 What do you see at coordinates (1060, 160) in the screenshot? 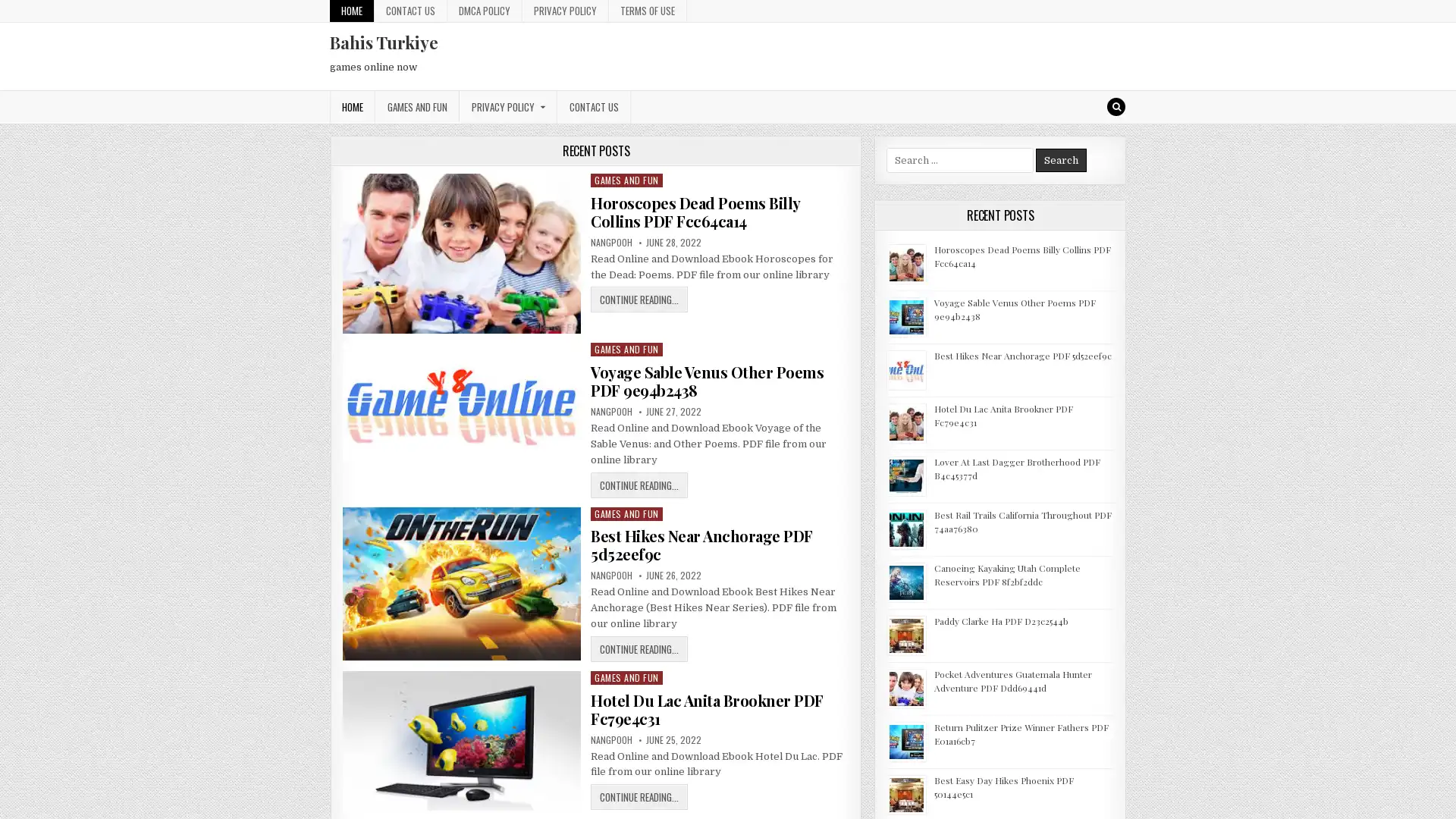
I see `Search` at bounding box center [1060, 160].